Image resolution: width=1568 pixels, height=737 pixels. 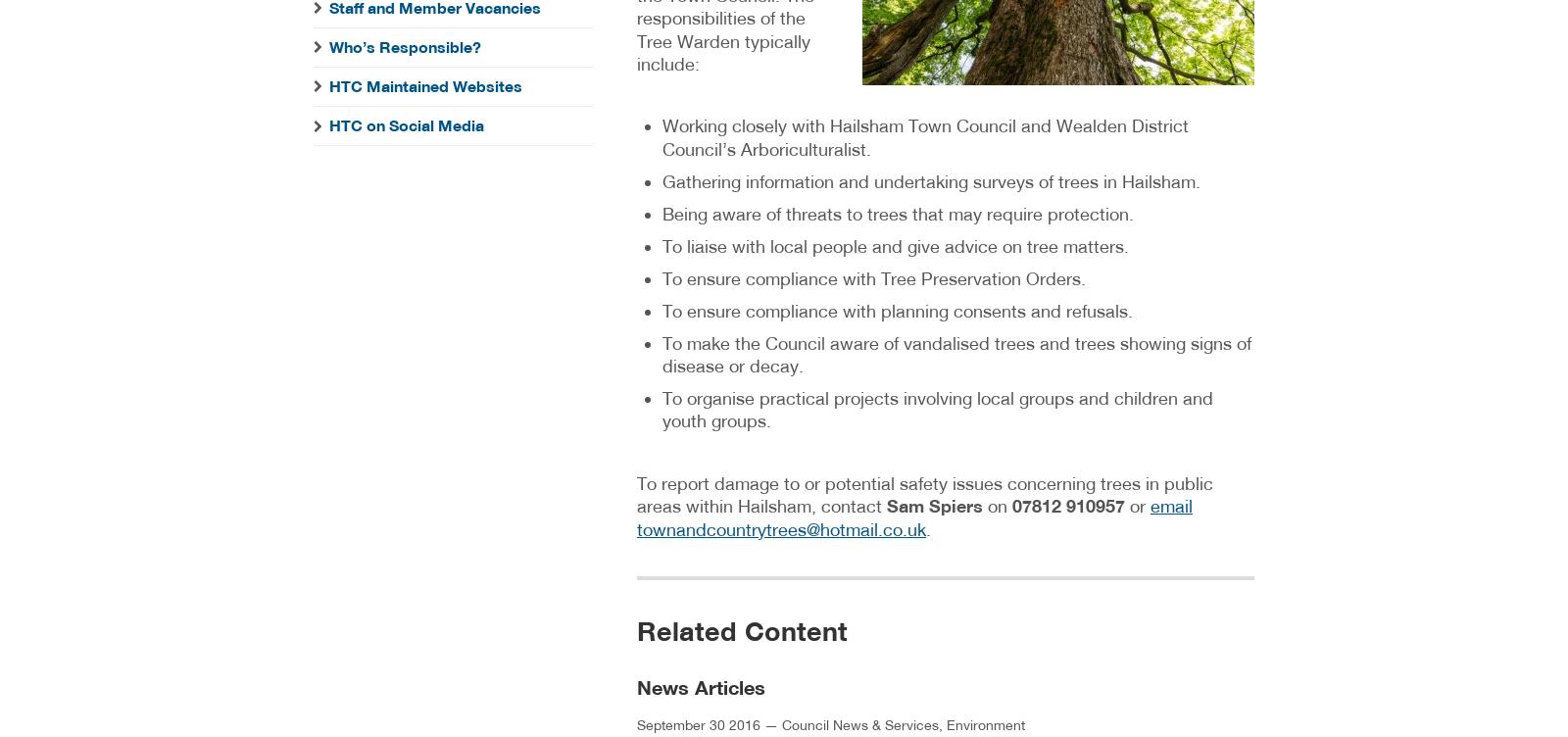 What do you see at coordinates (661, 136) in the screenshot?
I see `'Working closely with Hailsham Town Council and Wealden District Council’s Arboriculturalist.'` at bounding box center [661, 136].